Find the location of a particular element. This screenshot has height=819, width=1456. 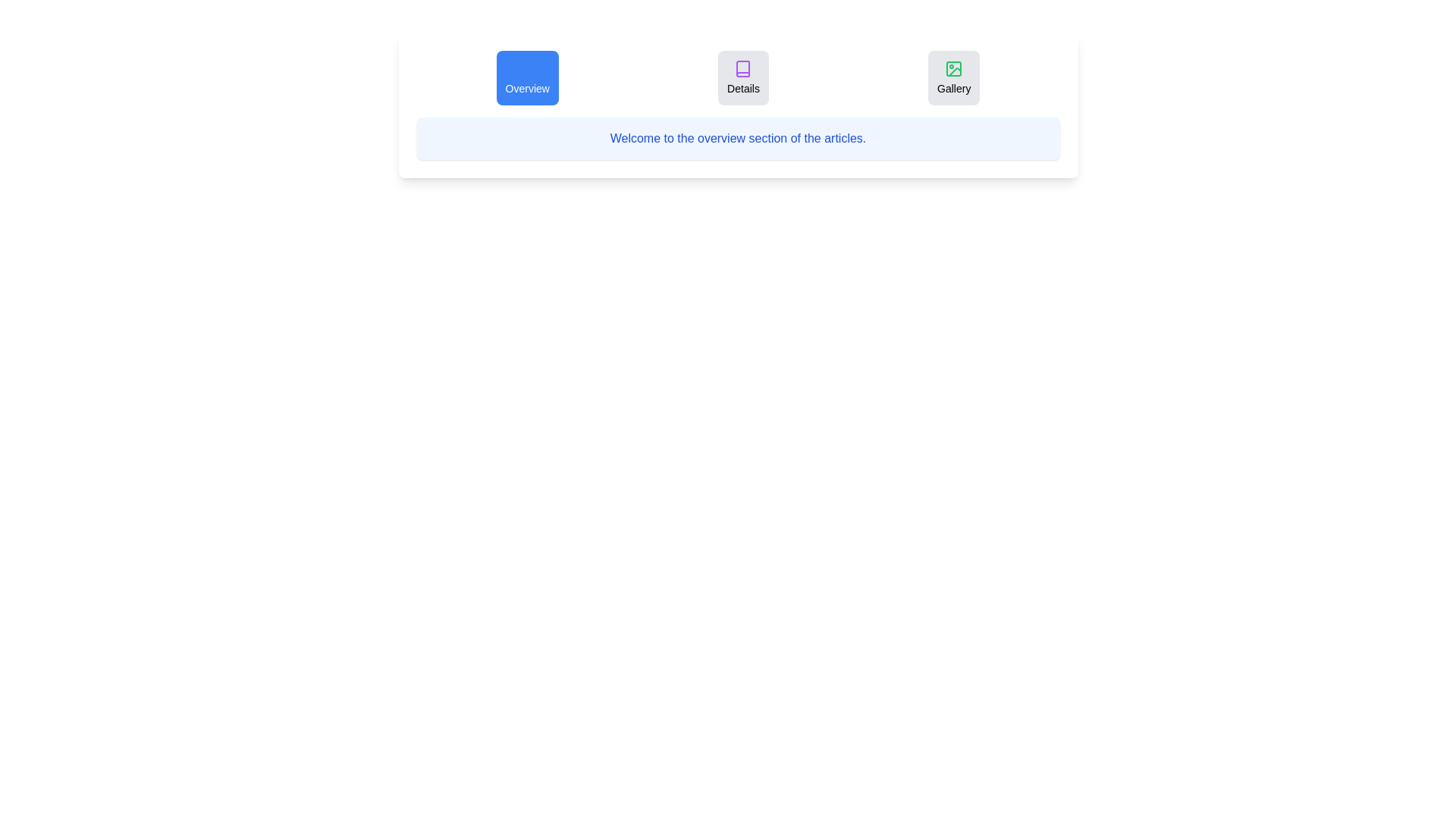

the tab labeled Gallery is located at coordinates (953, 78).